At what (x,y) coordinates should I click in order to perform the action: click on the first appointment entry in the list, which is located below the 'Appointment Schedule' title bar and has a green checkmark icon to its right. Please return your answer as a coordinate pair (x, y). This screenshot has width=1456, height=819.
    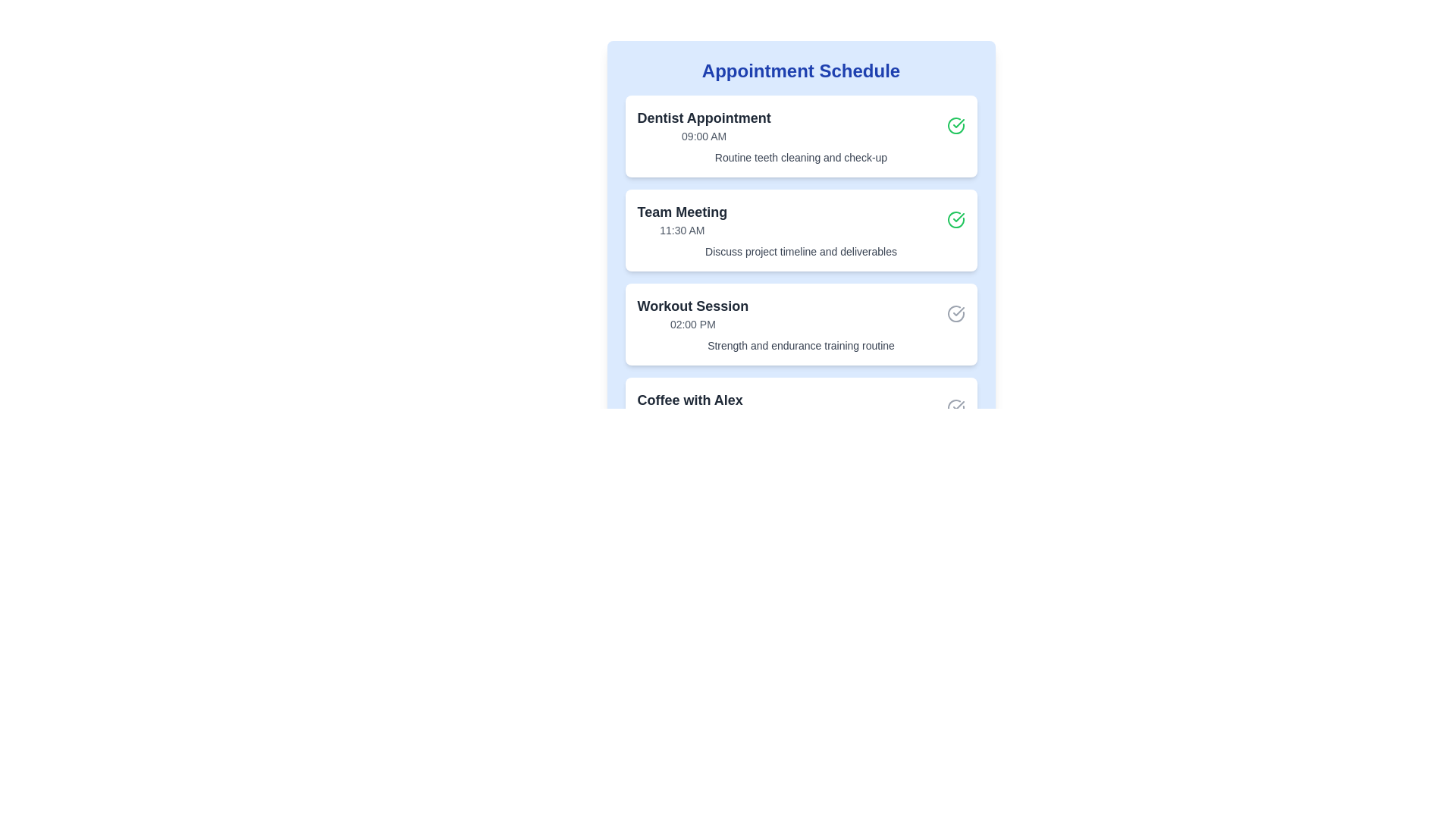
    Looking at the image, I should click on (703, 124).